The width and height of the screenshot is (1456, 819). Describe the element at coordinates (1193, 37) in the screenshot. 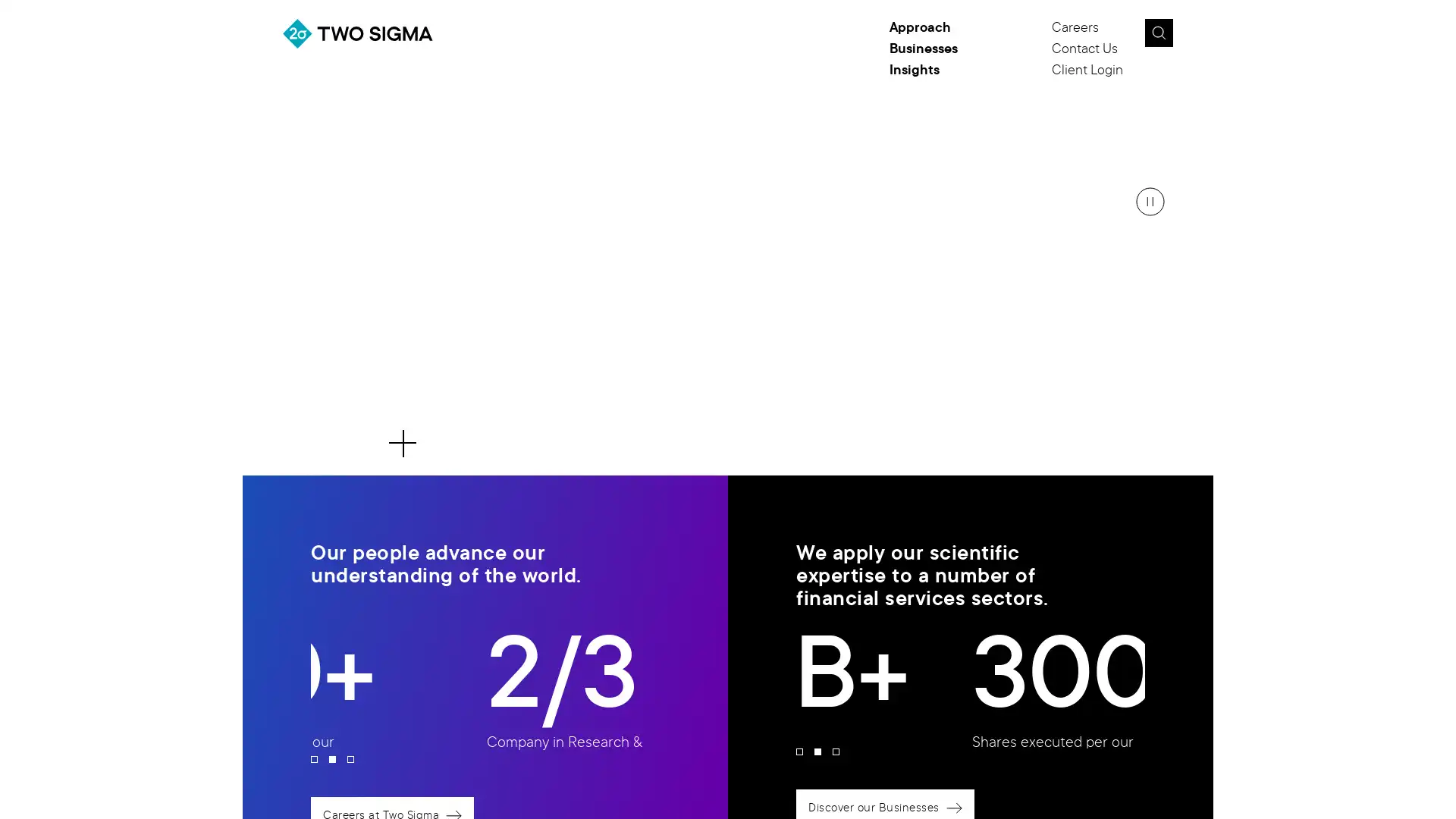

I see `Search` at that location.